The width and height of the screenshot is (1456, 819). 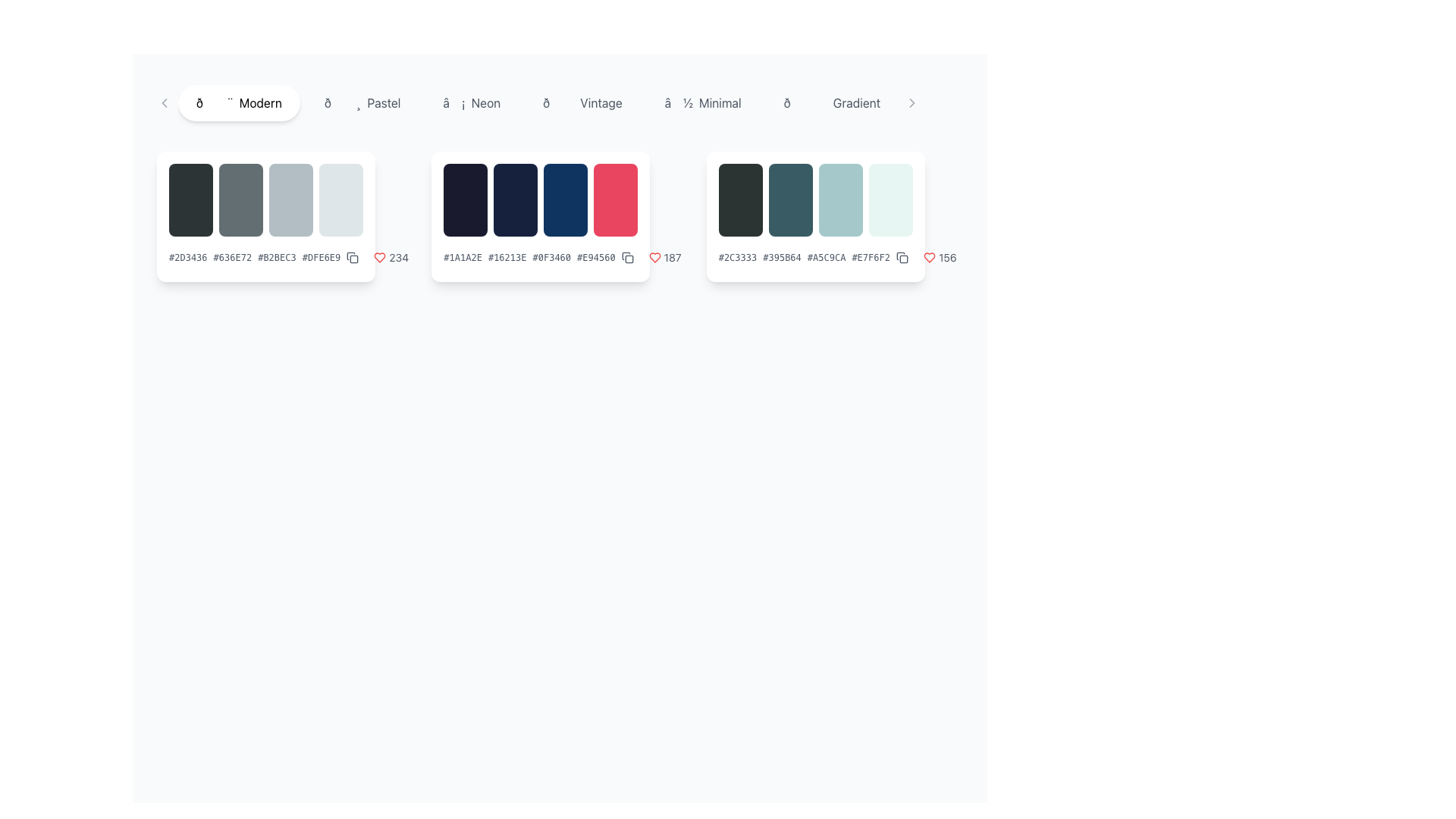 I want to click on the gray text label displaying a sequence of color codes, positioned in the lower portion of the third card in the interface, below the row of color blocks, so click(x=814, y=256).